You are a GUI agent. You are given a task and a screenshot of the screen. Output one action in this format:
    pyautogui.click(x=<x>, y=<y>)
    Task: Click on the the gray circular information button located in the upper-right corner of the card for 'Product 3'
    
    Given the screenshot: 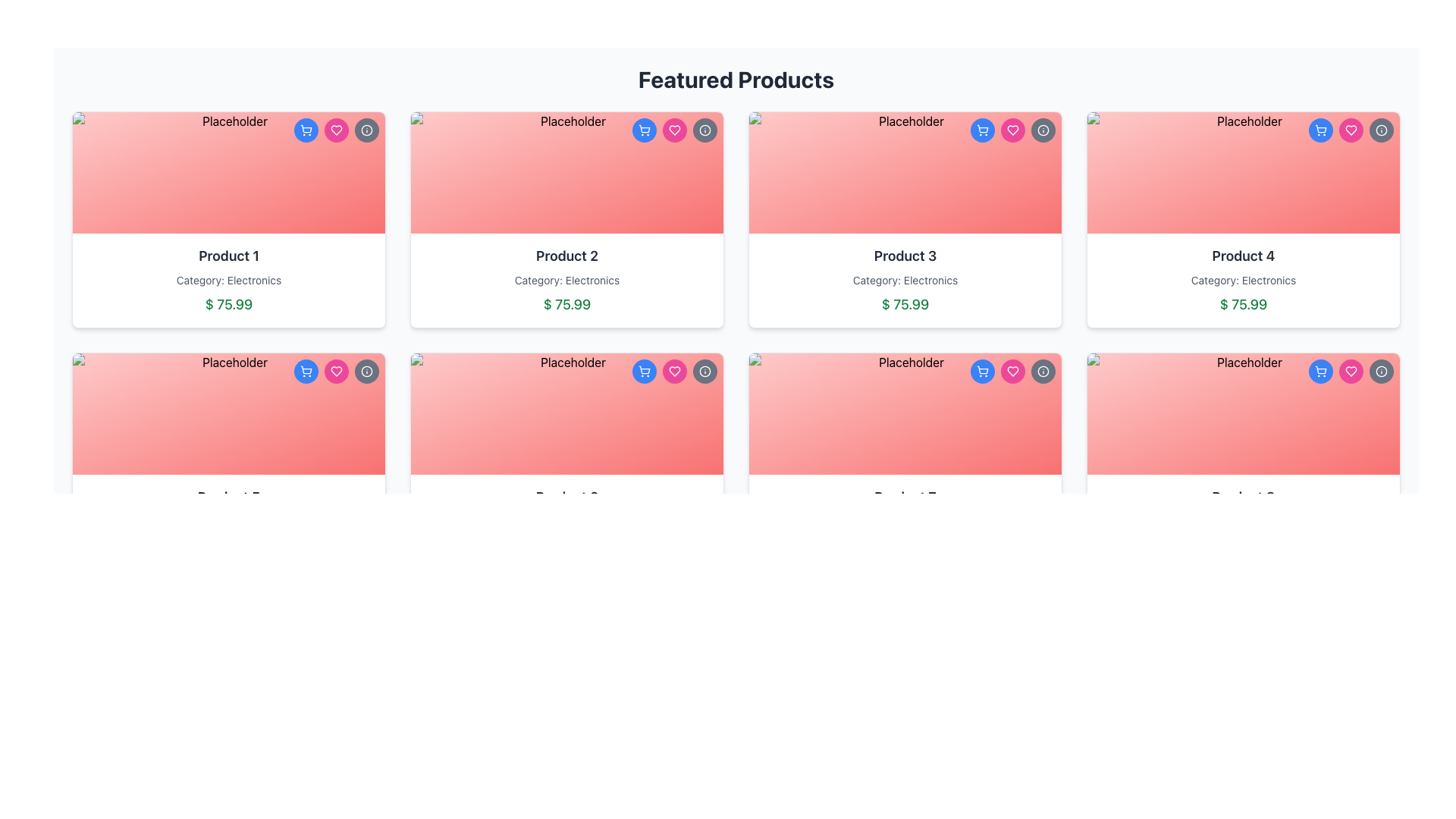 What is the action you would take?
    pyautogui.click(x=1043, y=371)
    